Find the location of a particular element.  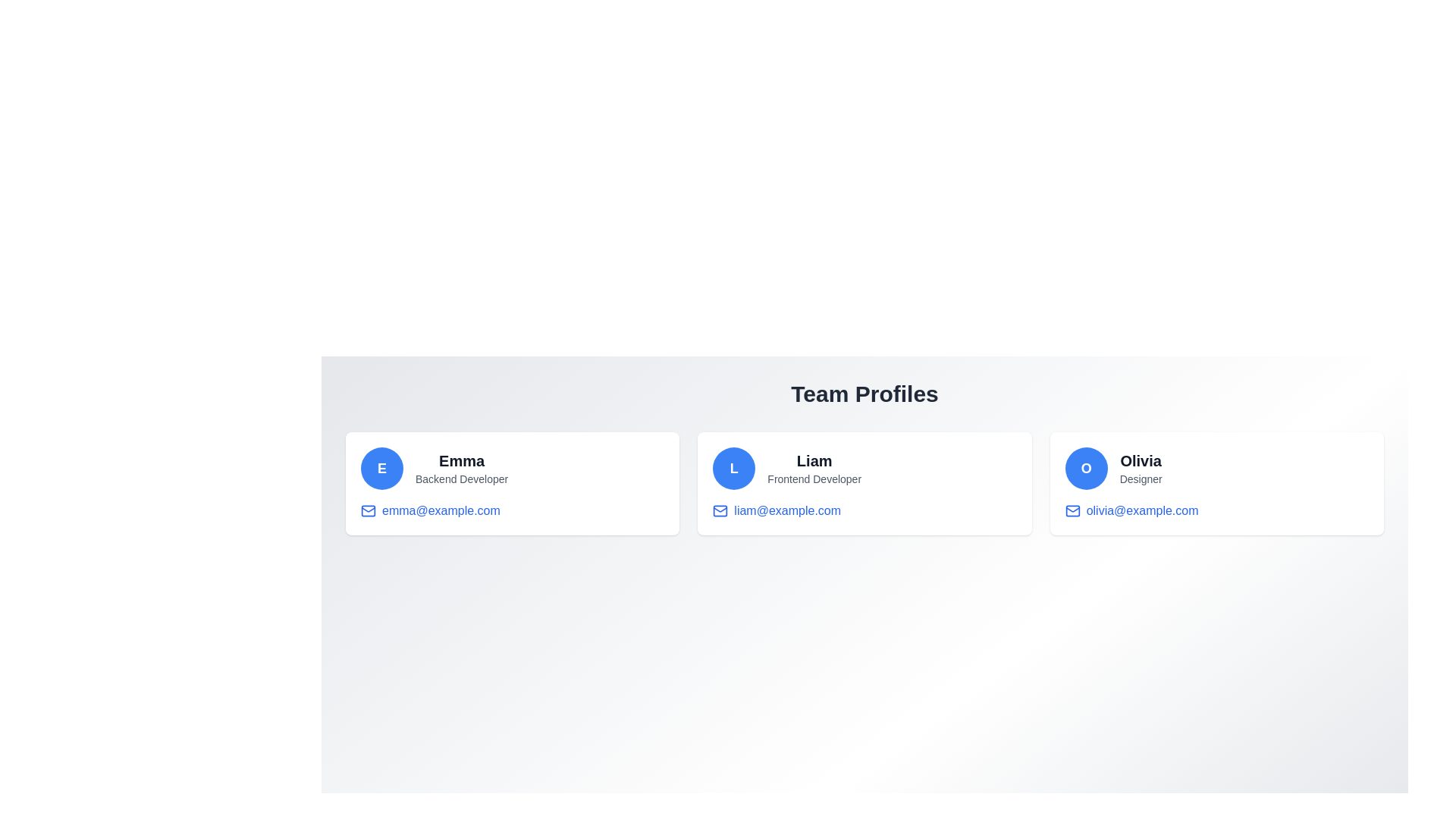

the circular badge representing user 'Olivia', located at the top left corner of her profile card in the third position of a horizontal list is located at coordinates (1085, 467).